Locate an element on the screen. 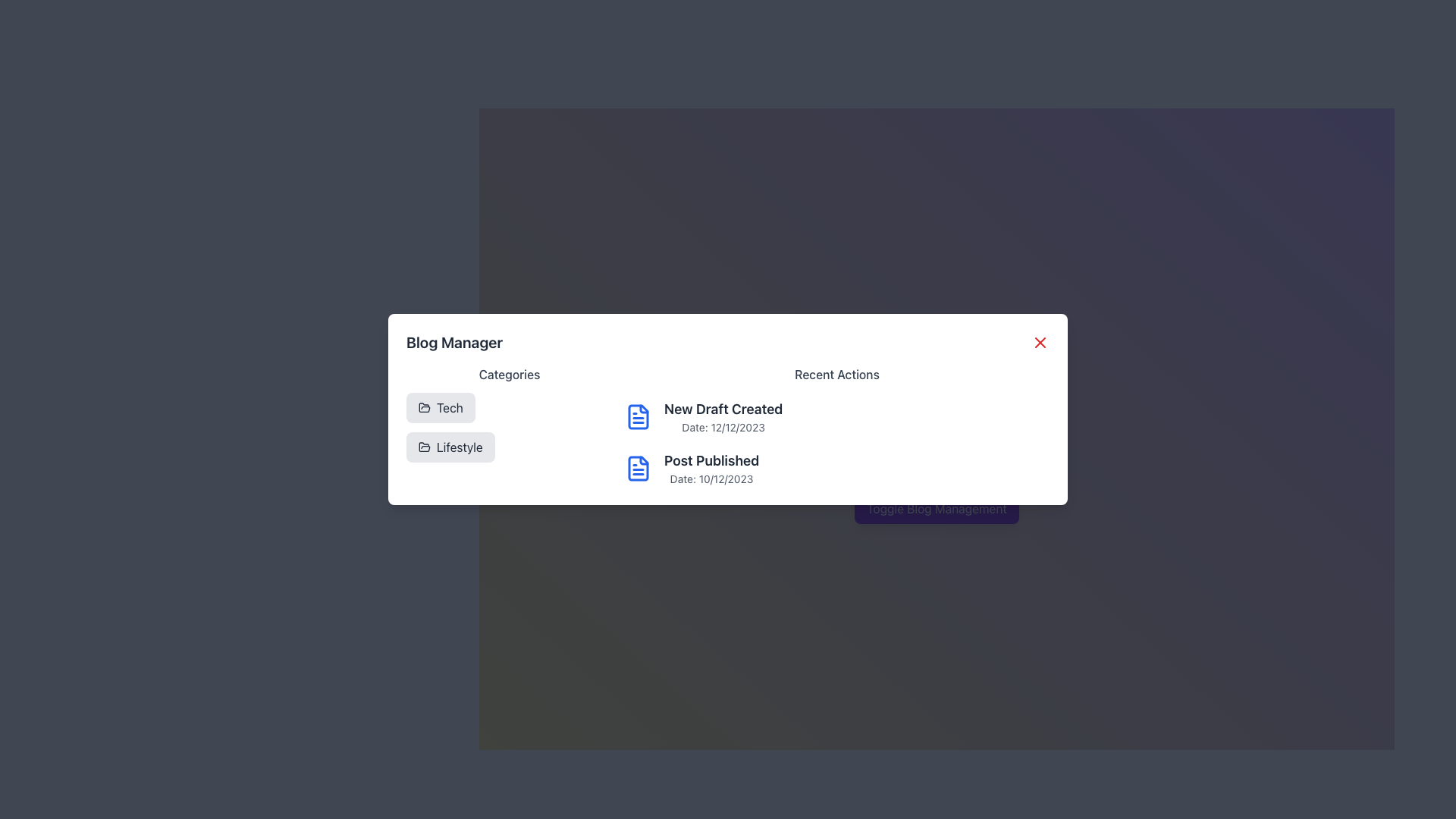  the bottom-left diagonal stroke of the 'X' icon in the top-right corner of the modal interface is located at coordinates (1040, 342).